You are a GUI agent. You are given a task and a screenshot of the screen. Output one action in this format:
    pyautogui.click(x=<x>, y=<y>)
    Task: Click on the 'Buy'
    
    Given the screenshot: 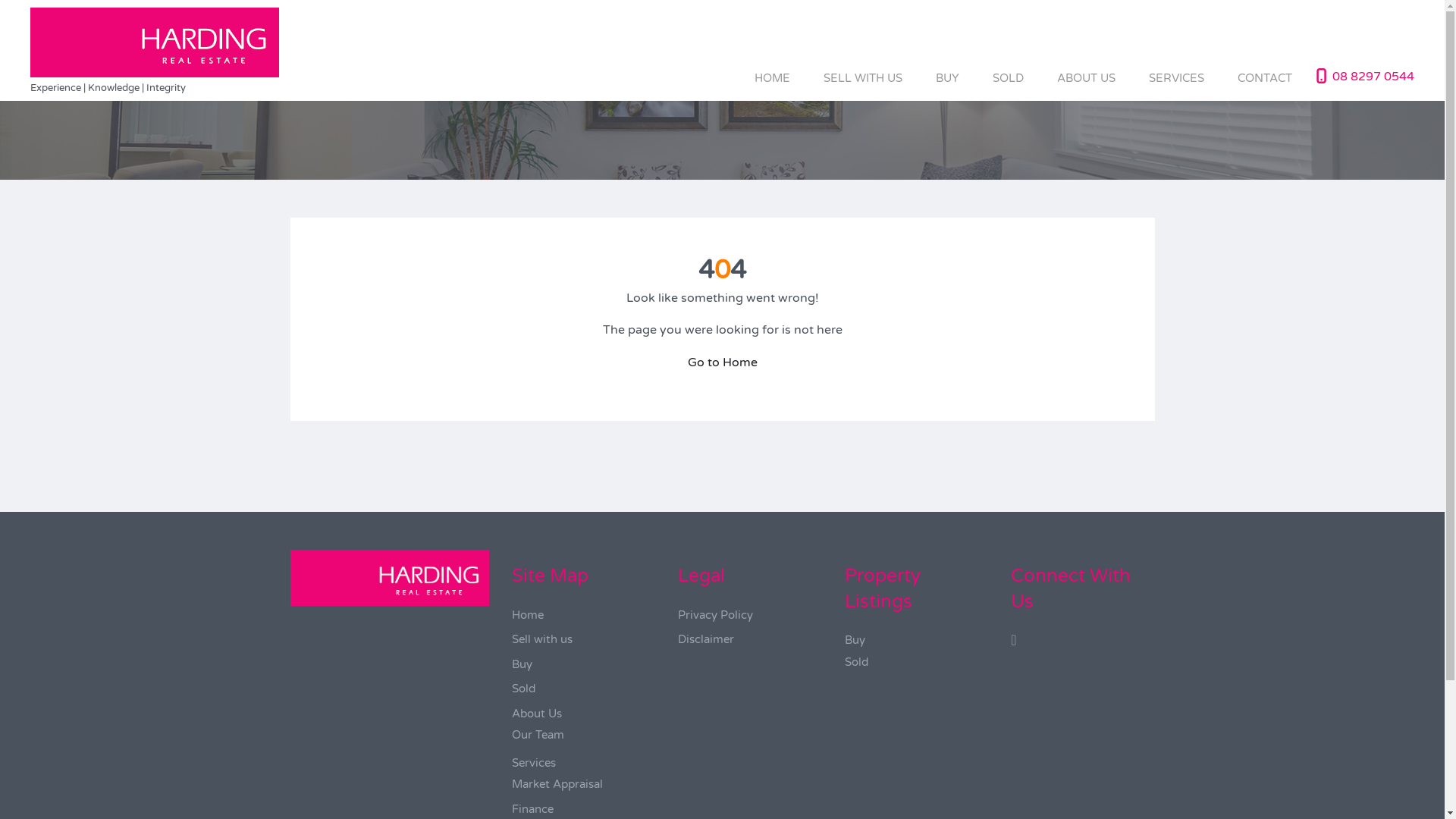 What is the action you would take?
    pyautogui.click(x=512, y=663)
    